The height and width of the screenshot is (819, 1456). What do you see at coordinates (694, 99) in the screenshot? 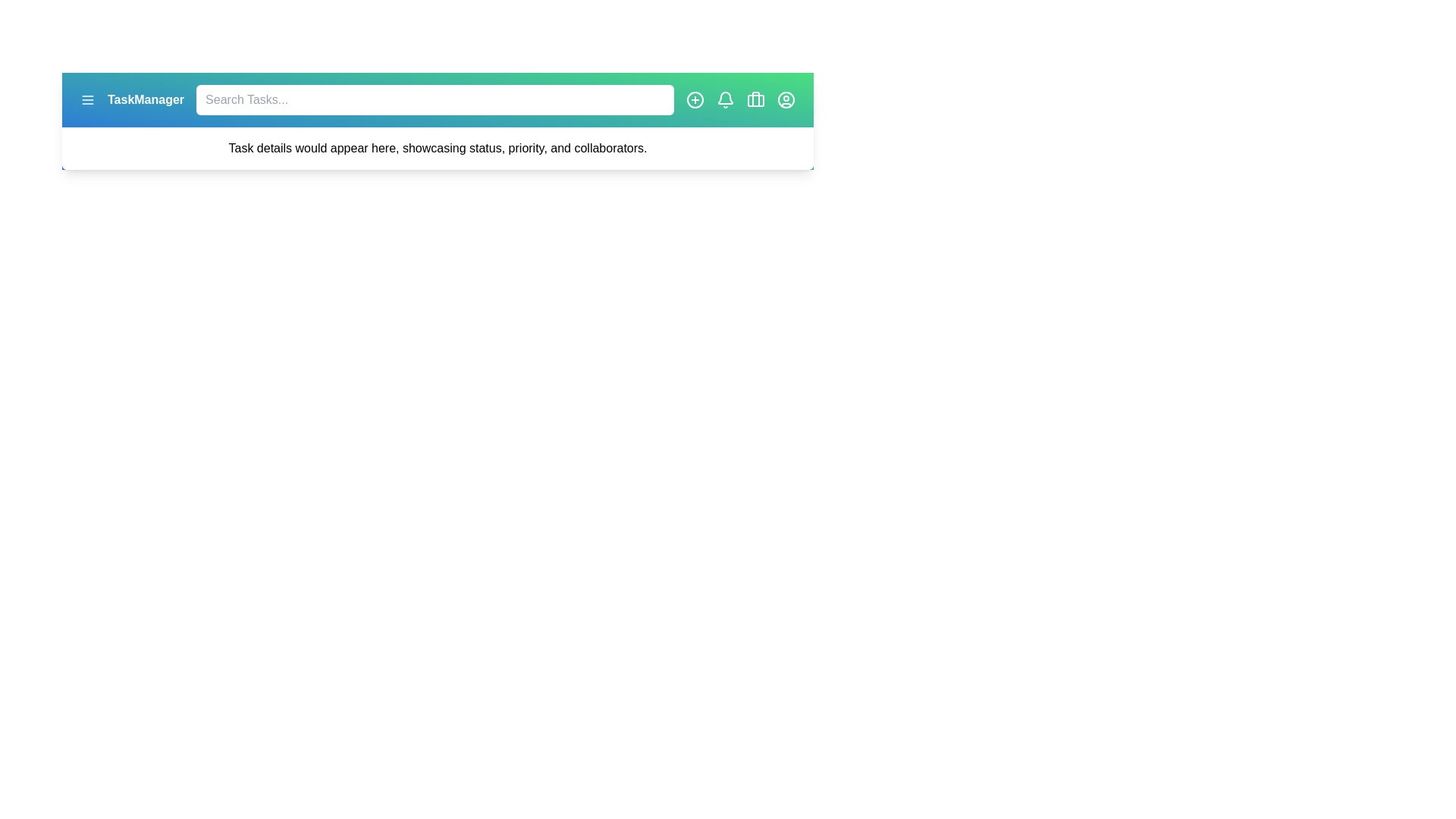
I see `'add task' button` at bounding box center [694, 99].